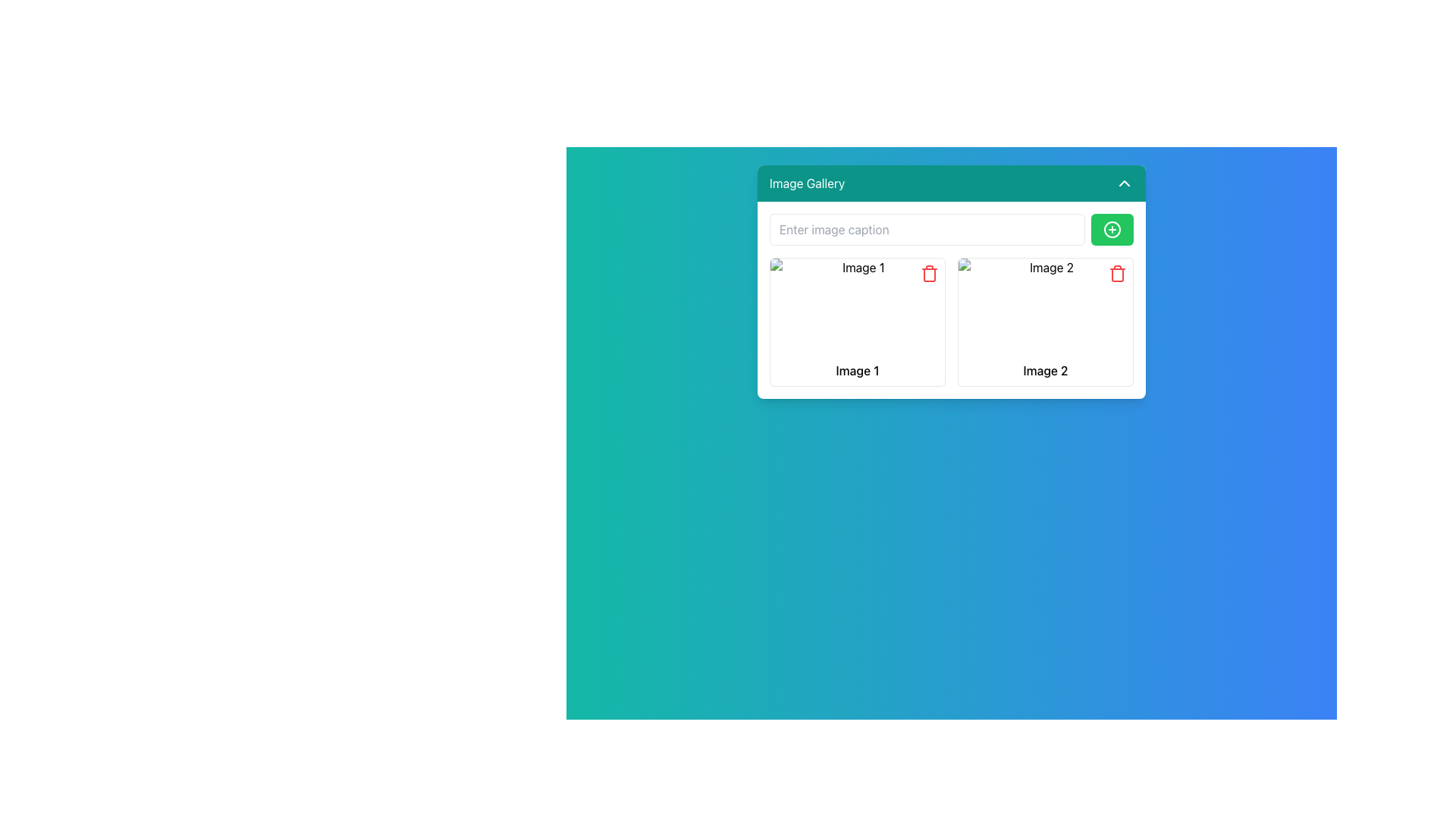  What do you see at coordinates (858, 371) in the screenshot?
I see `the text label reading 'Image 1', which is styled with medium font weight and centered alignment, located below an image placeholder in the first column of the grid layout within the image gallery` at bounding box center [858, 371].